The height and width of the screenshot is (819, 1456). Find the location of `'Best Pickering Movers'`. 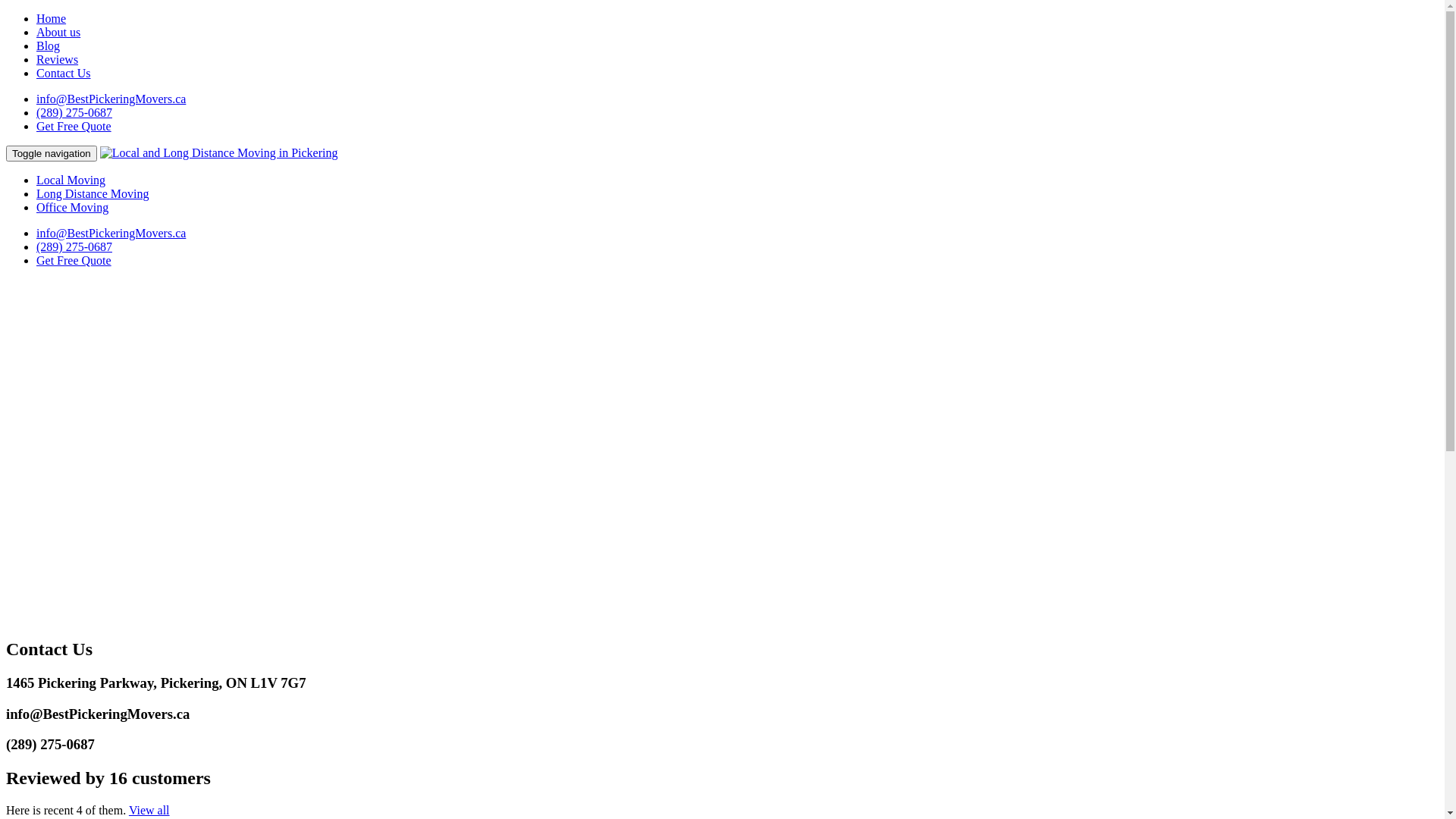

'Best Pickering Movers' is located at coordinates (218, 152).